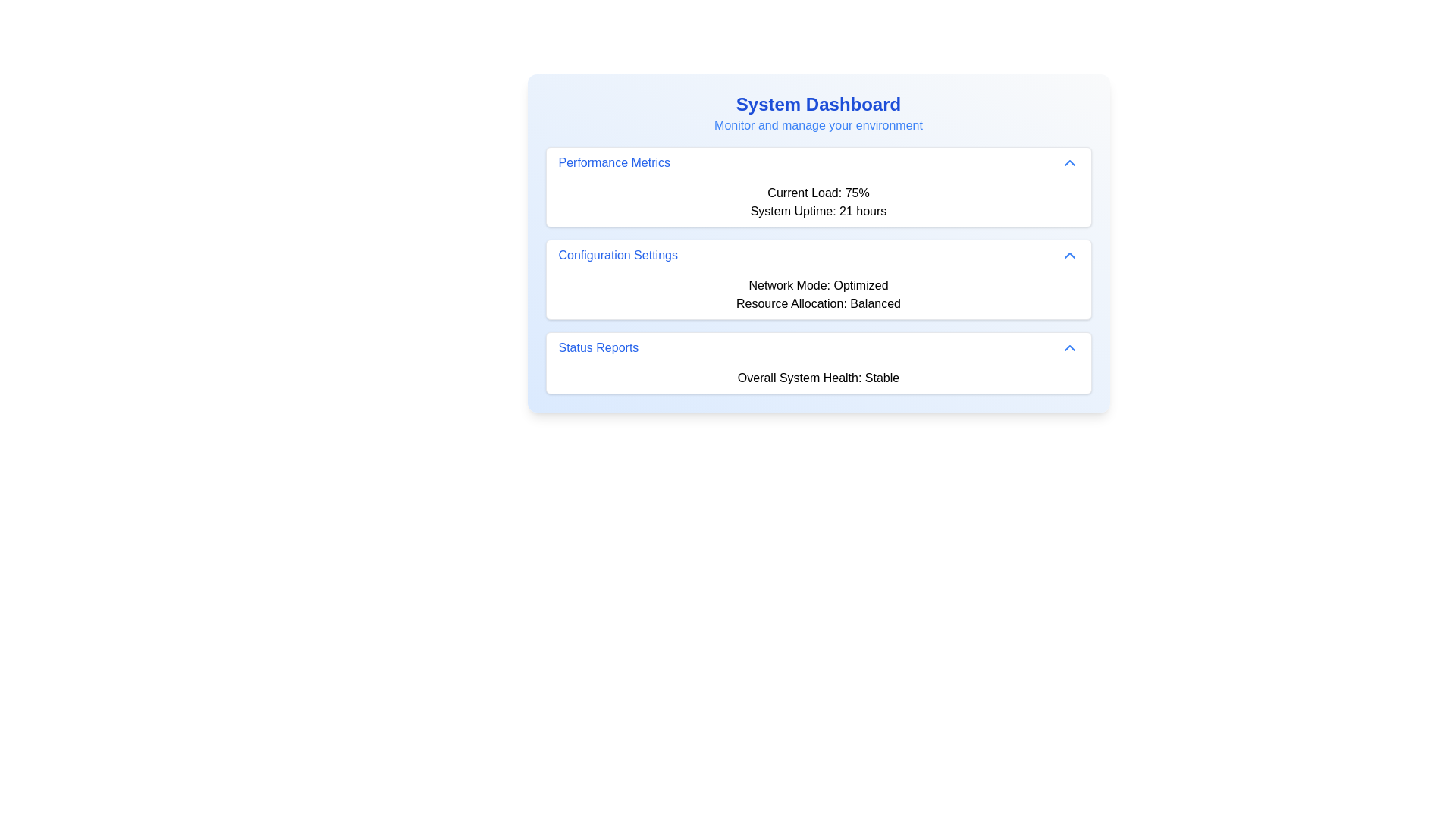  Describe the element at coordinates (817, 286) in the screenshot. I see `the static text label displaying 'Network Mode: Optimized' located in the 'Configuration Settings' section` at that location.